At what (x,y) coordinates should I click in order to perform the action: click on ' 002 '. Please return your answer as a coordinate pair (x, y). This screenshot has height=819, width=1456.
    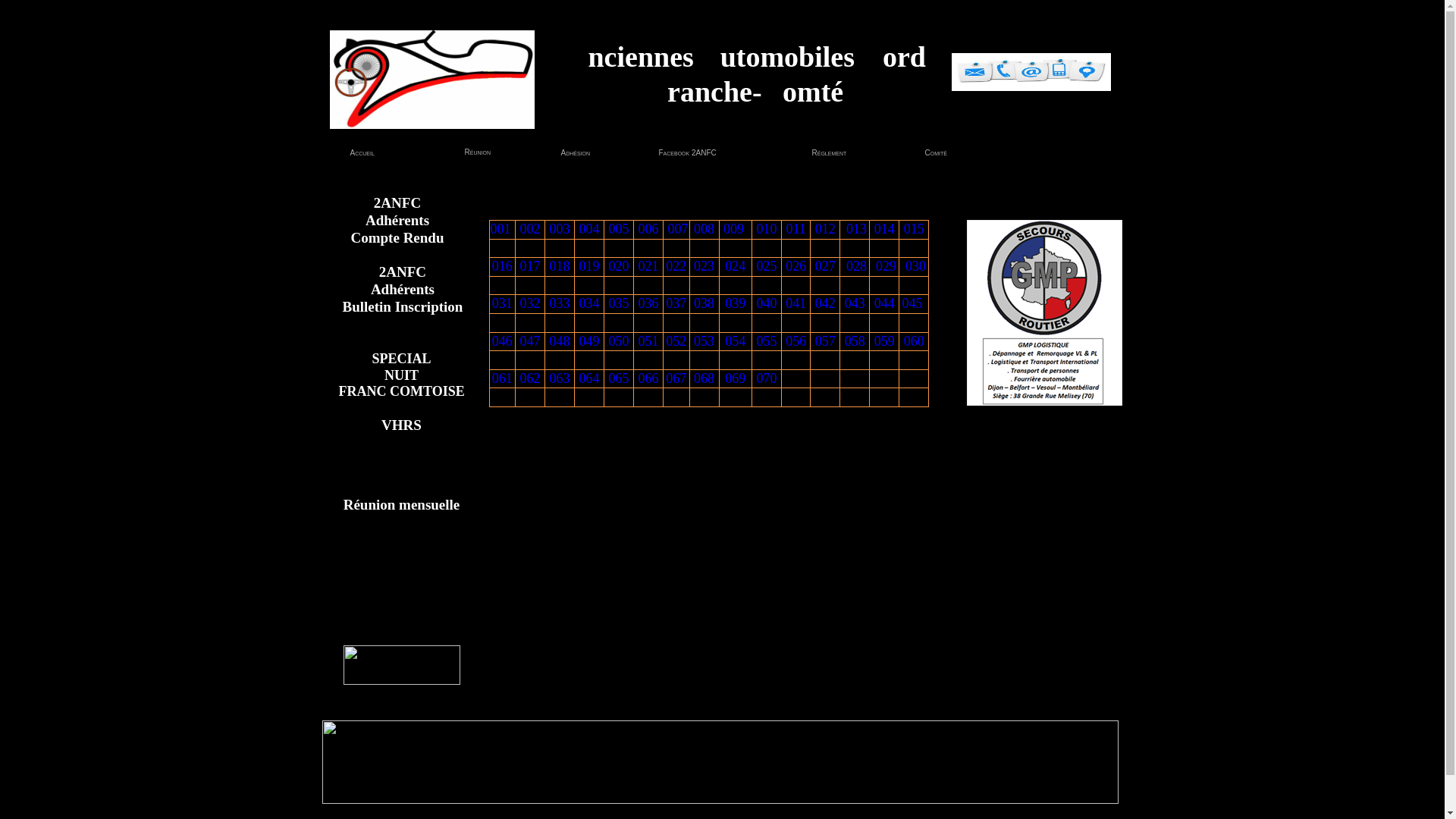
    Looking at the image, I should click on (516, 228).